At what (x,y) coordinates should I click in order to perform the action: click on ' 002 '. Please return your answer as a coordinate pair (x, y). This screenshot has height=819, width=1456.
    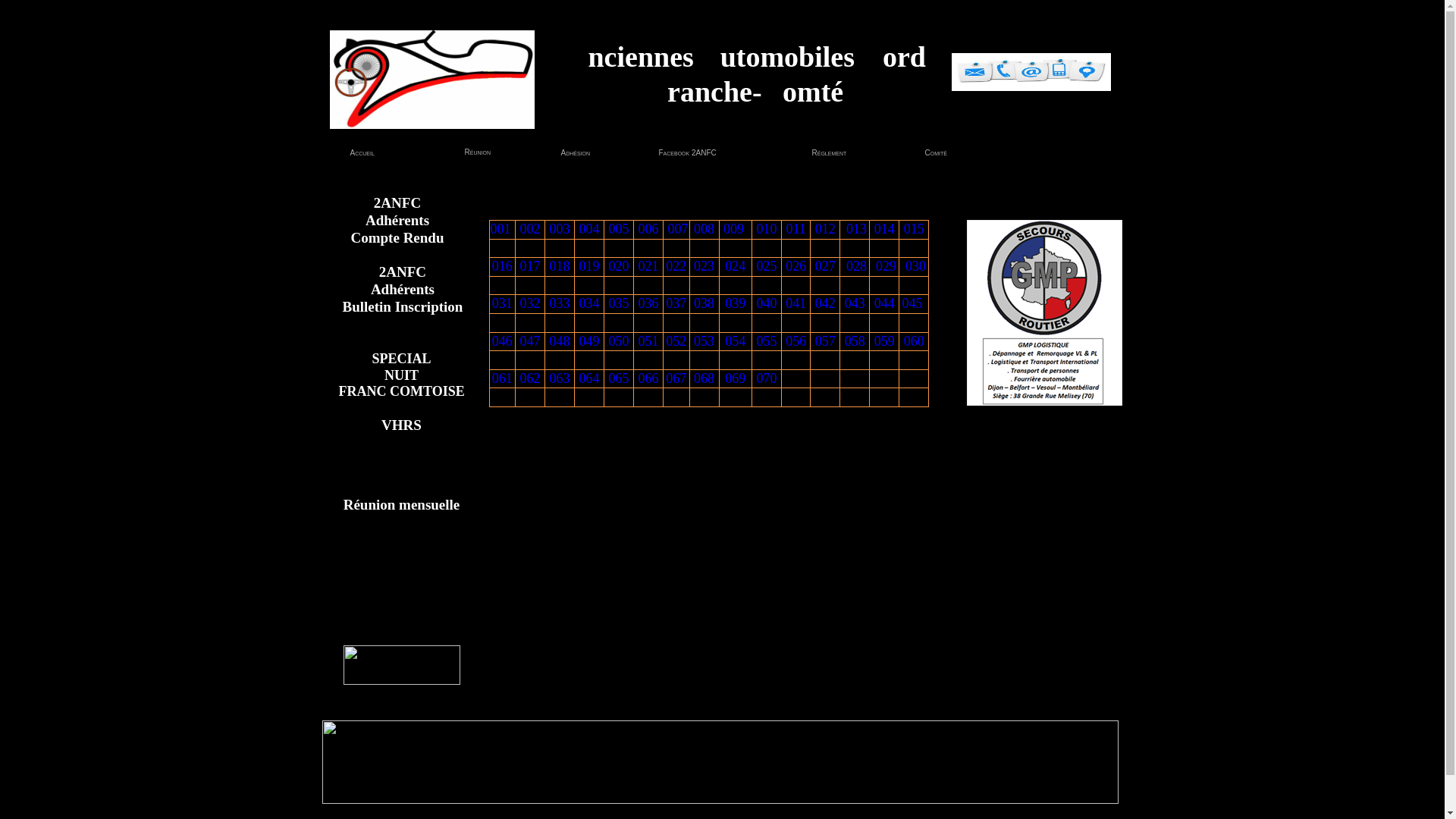
    Looking at the image, I should click on (516, 228).